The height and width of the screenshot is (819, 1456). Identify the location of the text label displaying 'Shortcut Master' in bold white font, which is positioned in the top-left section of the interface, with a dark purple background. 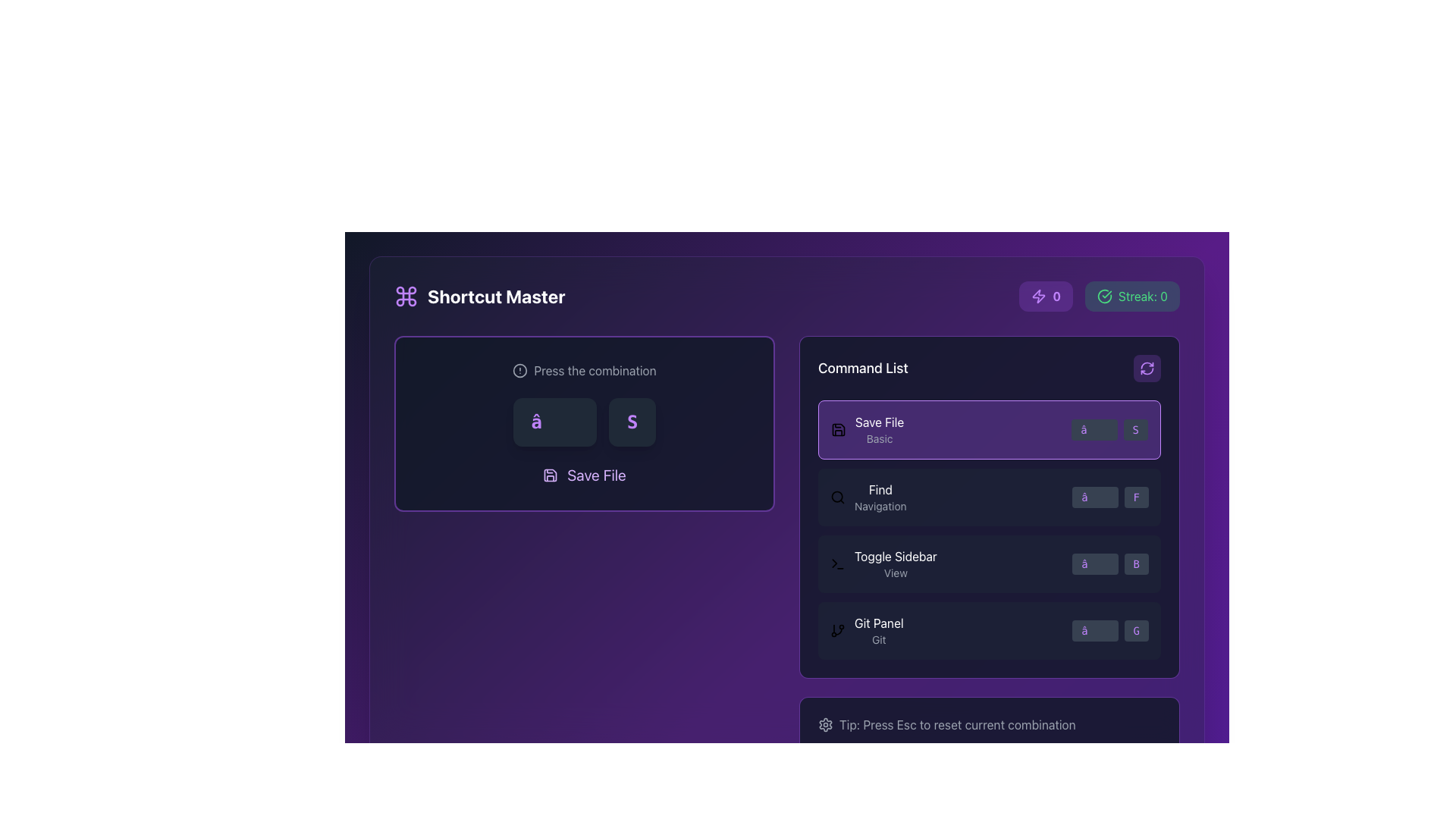
(496, 296).